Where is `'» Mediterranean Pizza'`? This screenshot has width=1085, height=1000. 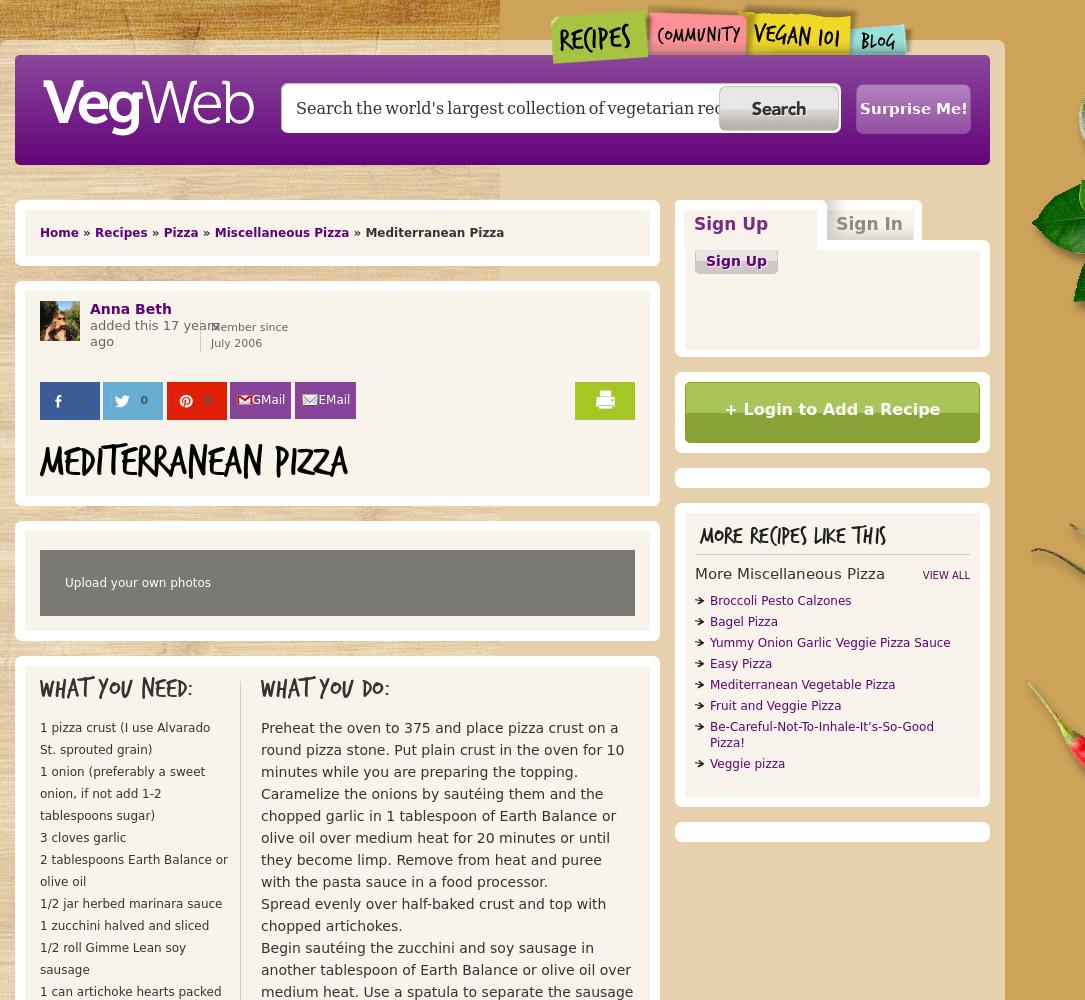
'» Mediterranean Pizza' is located at coordinates (425, 232).